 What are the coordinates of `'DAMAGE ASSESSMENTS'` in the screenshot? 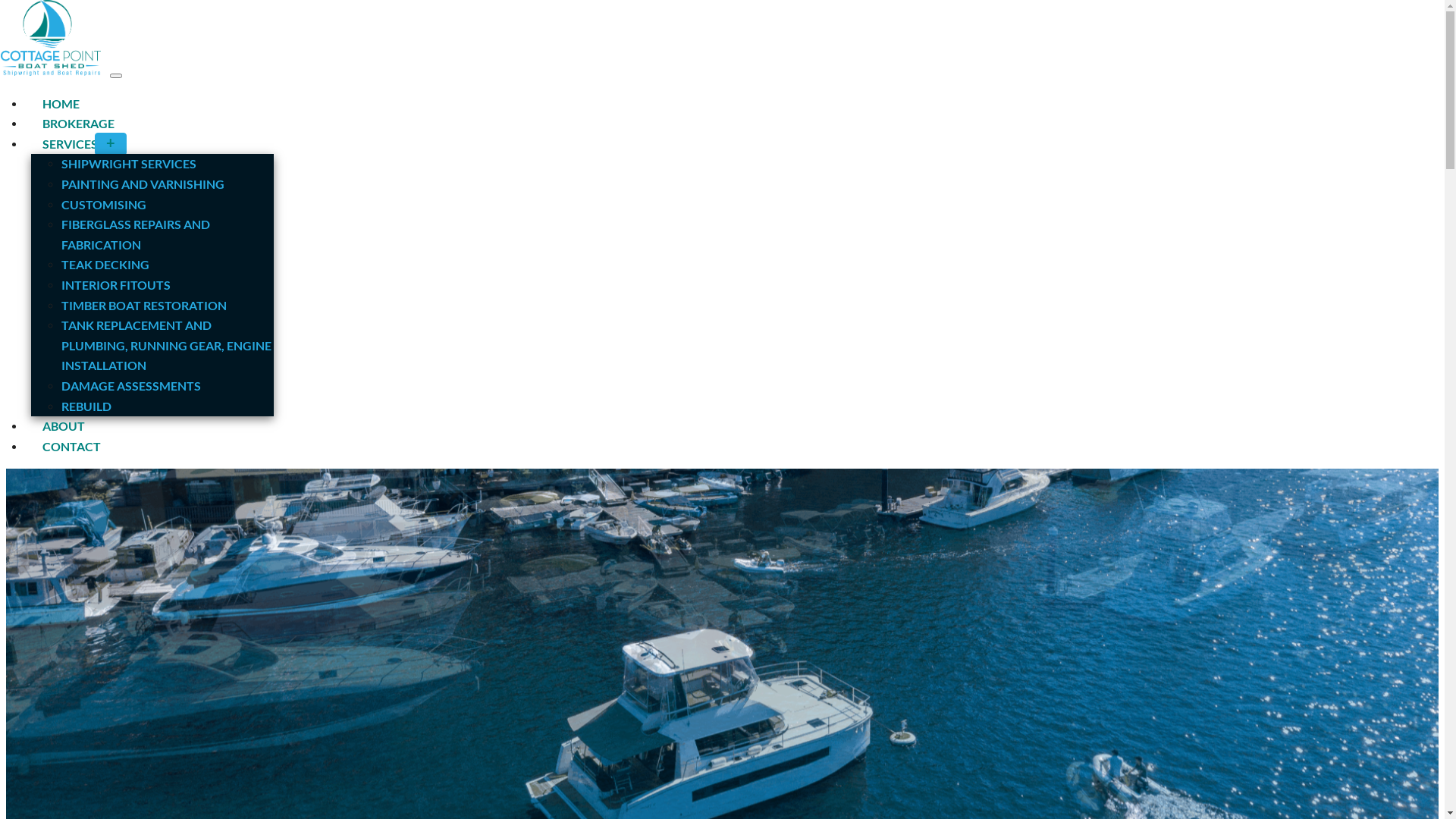 It's located at (61, 384).